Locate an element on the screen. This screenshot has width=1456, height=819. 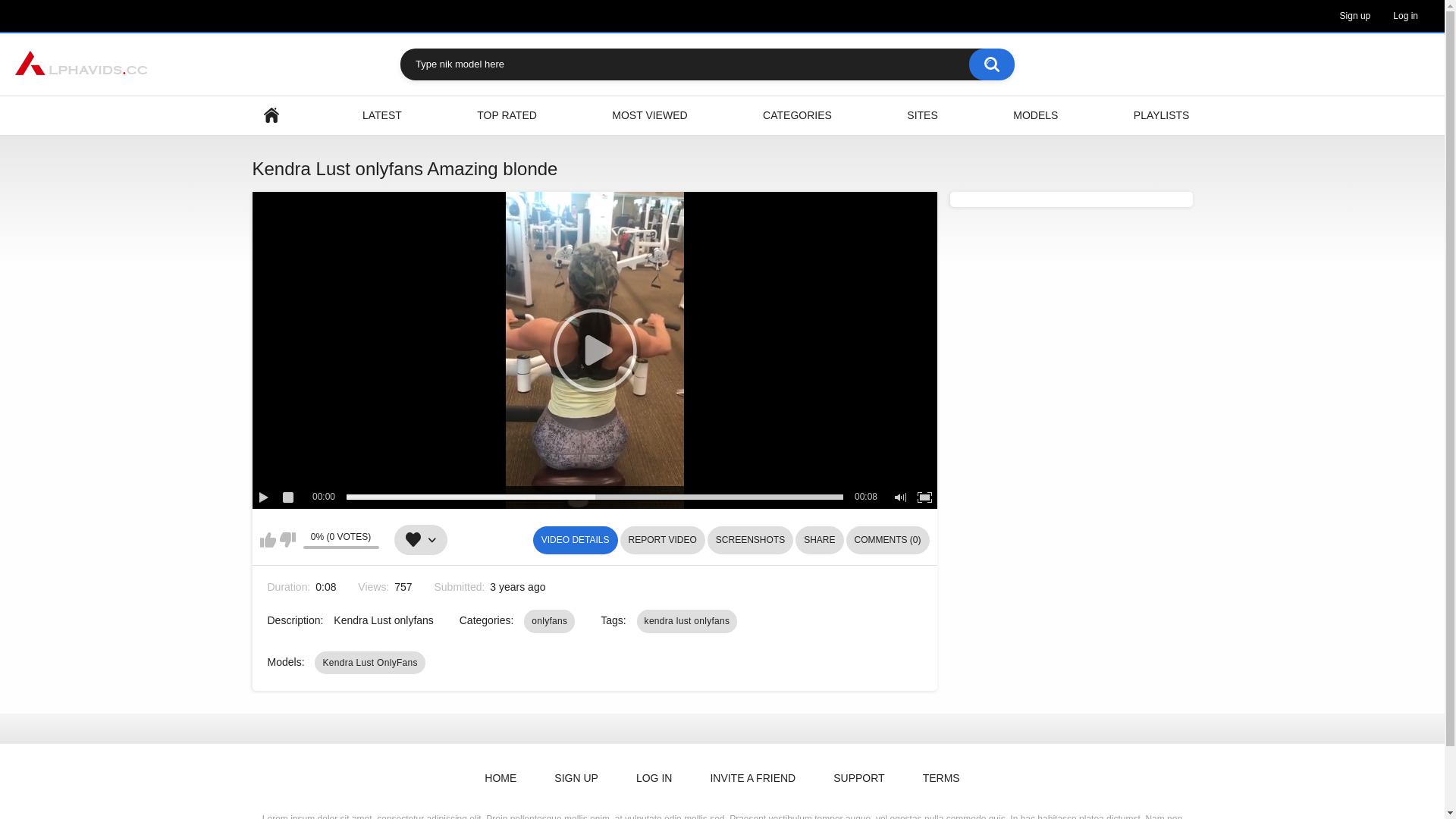
'COMMENTS (0)' is located at coordinates (888, 539).